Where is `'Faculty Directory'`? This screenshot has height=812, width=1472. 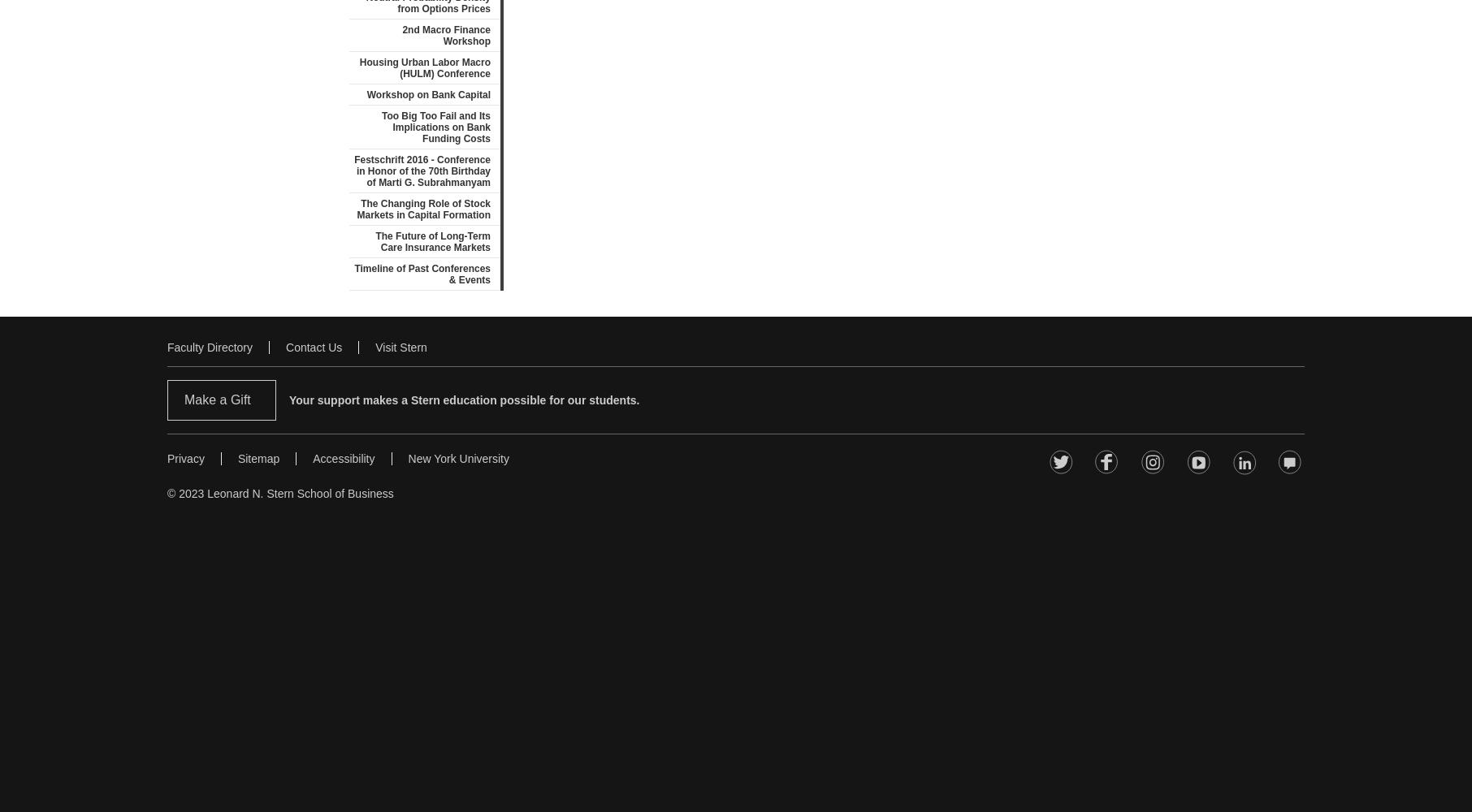
'Faculty Directory' is located at coordinates (210, 348).